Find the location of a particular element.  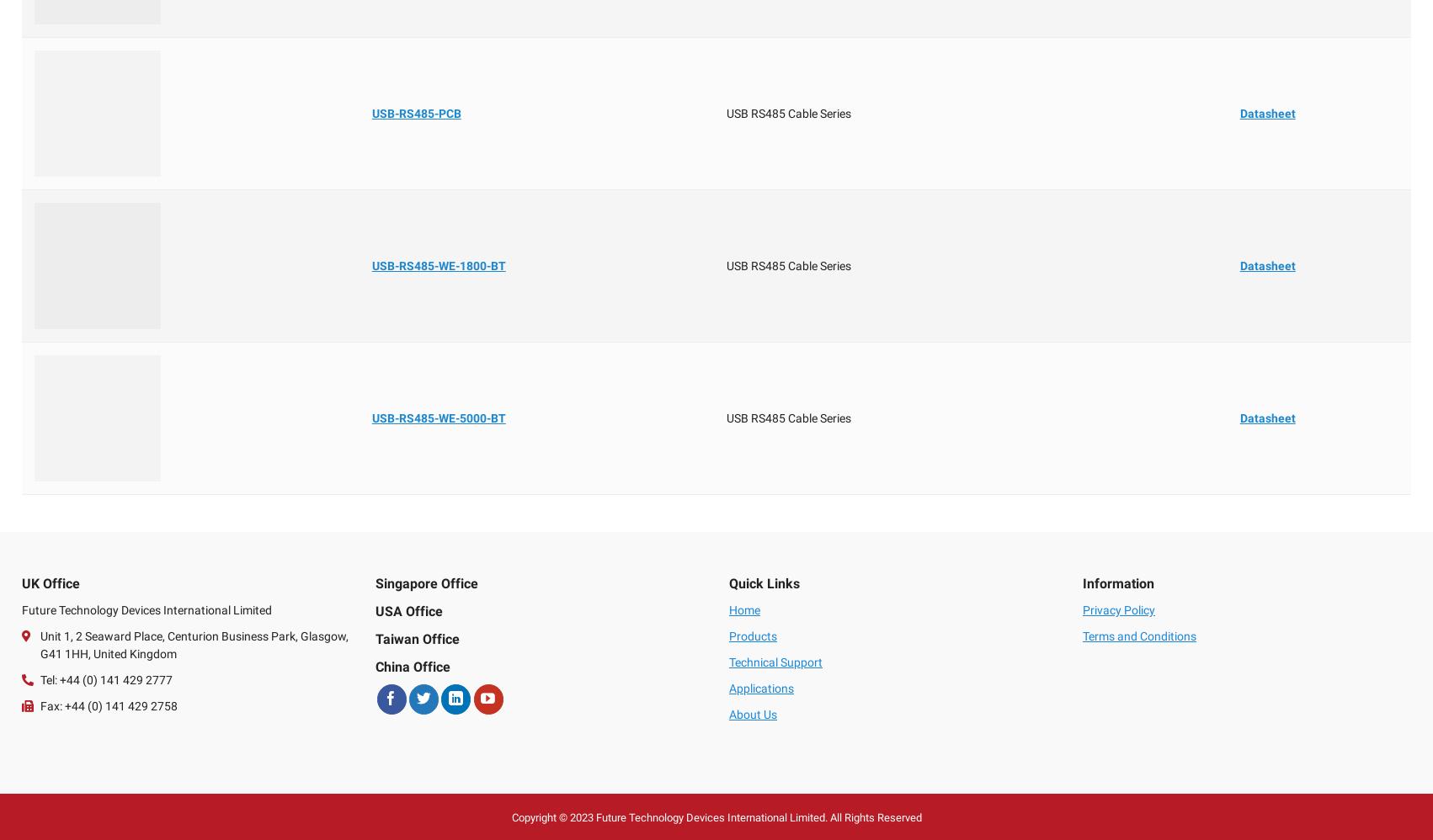

'Future Technology Devices International Limited' is located at coordinates (146, 610).